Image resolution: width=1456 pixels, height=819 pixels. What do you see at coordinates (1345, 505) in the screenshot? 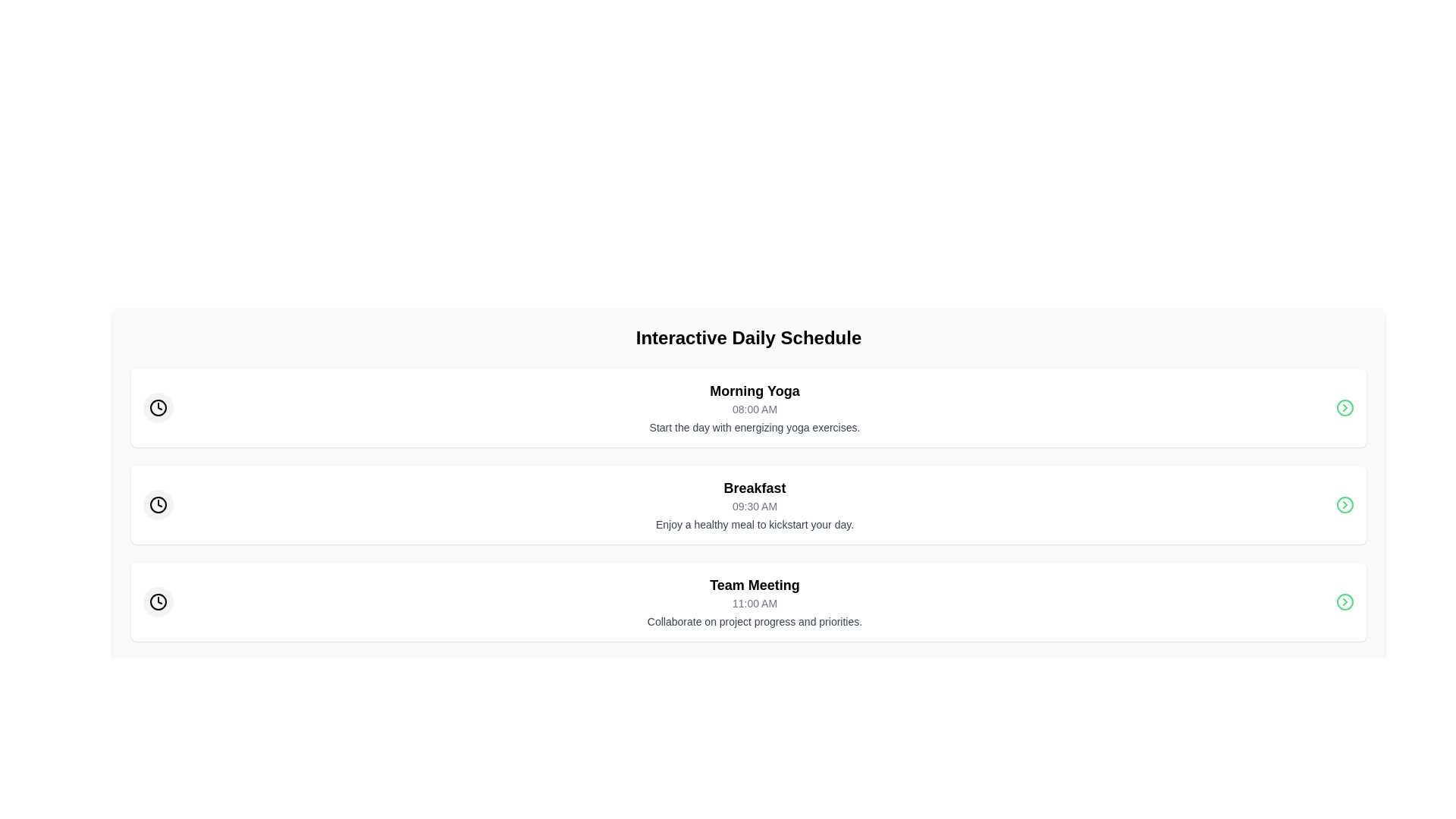
I see `the decorative circular graphic element within the icon set on the right side of the 'Breakfast' list item in the schedule interface` at bounding box center [1345, 505].